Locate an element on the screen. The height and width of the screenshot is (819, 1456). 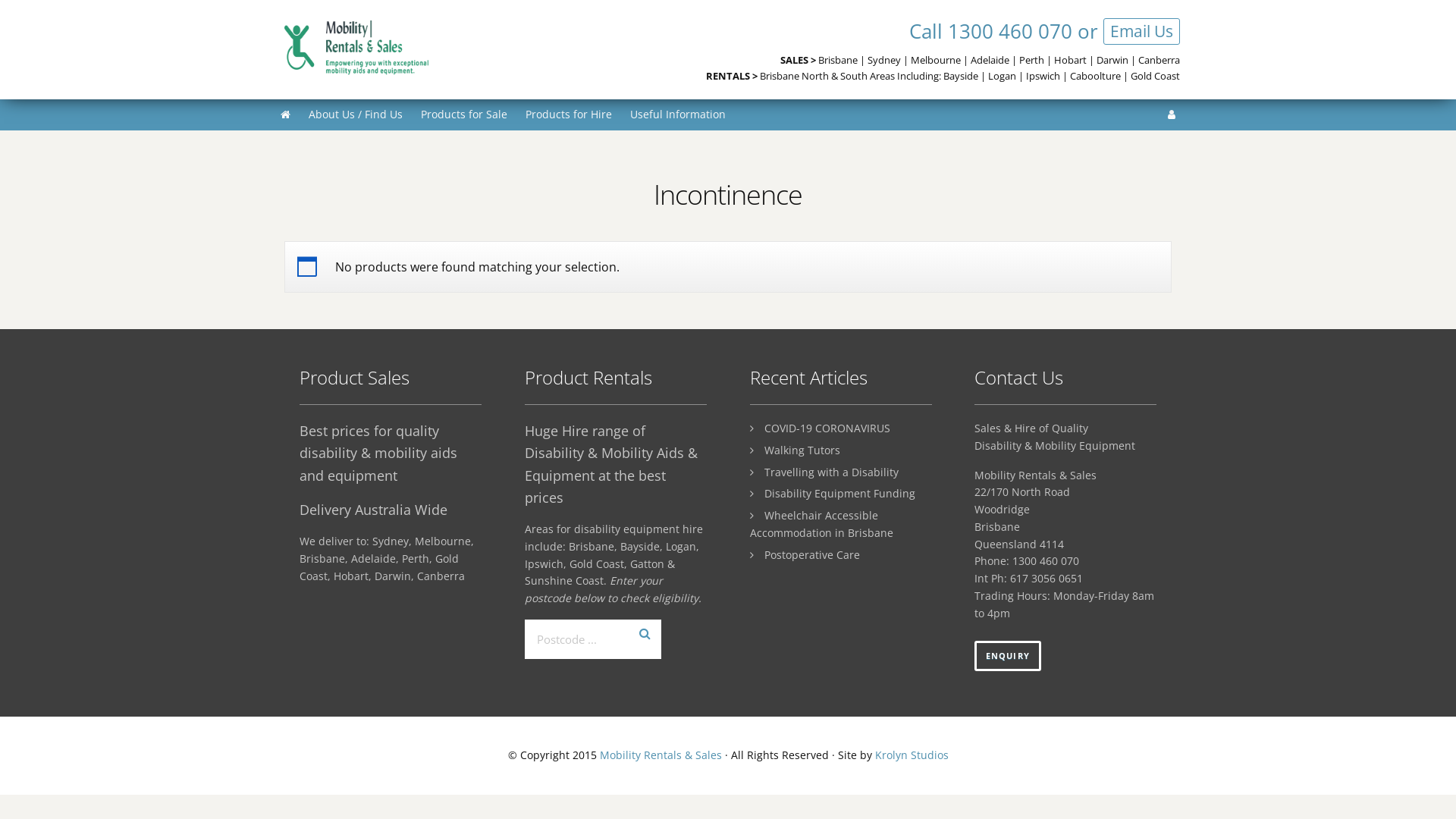
'Home' is located at coordinates (285, 113).